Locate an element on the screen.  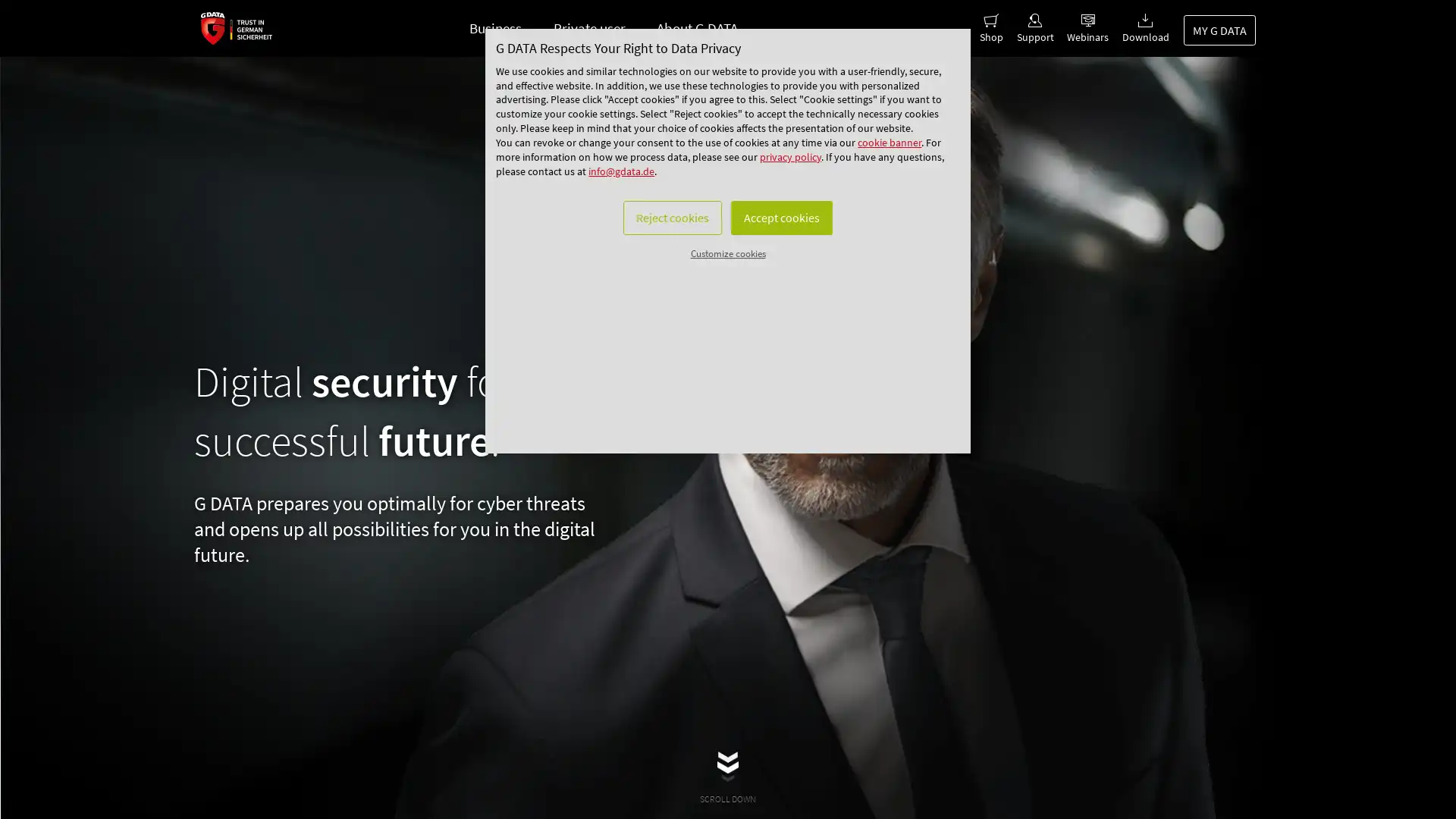
Accept cookies is located at coordinates (793, 300).